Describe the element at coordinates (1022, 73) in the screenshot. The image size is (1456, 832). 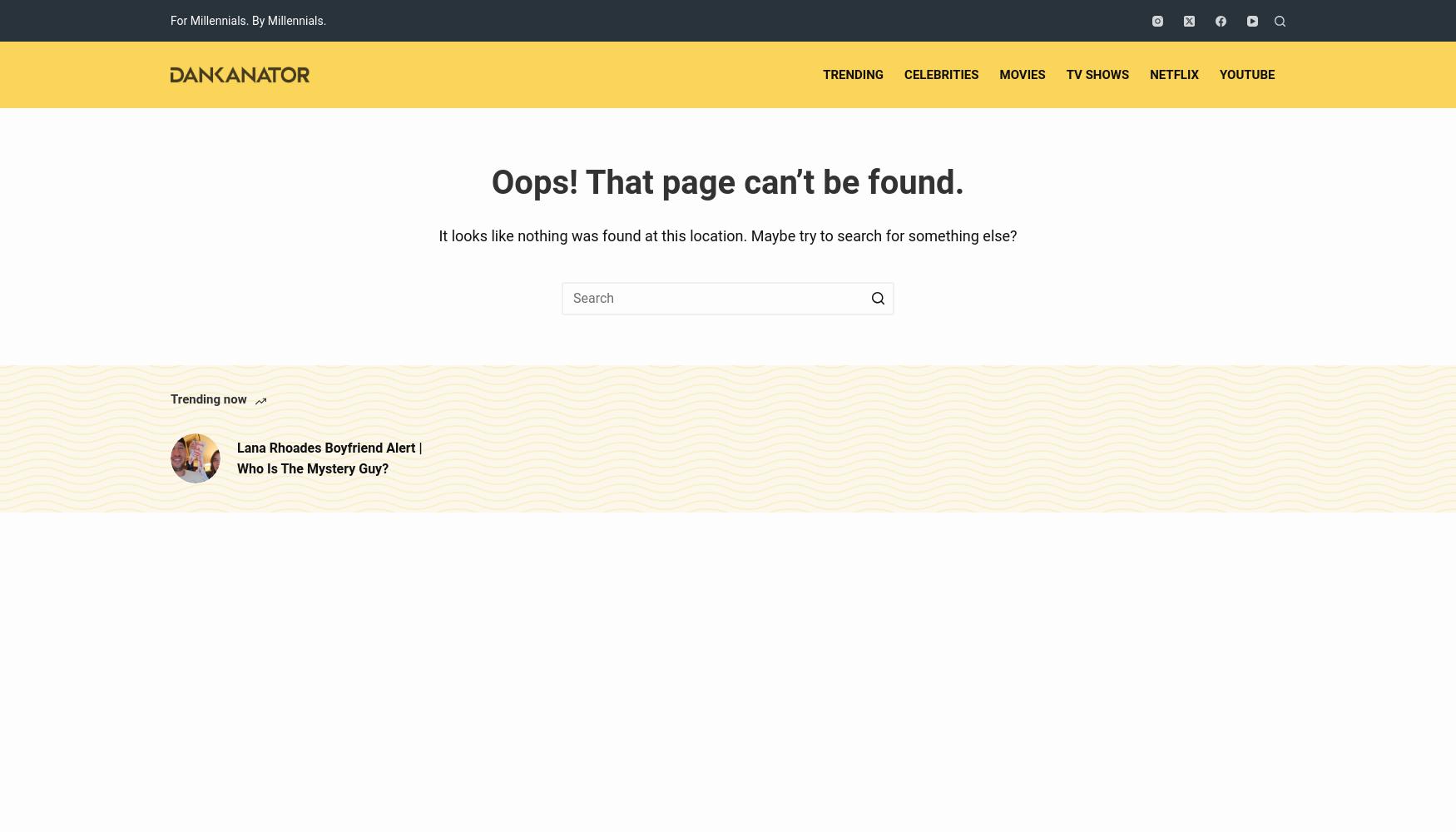
I see `'Movies'` at that location.